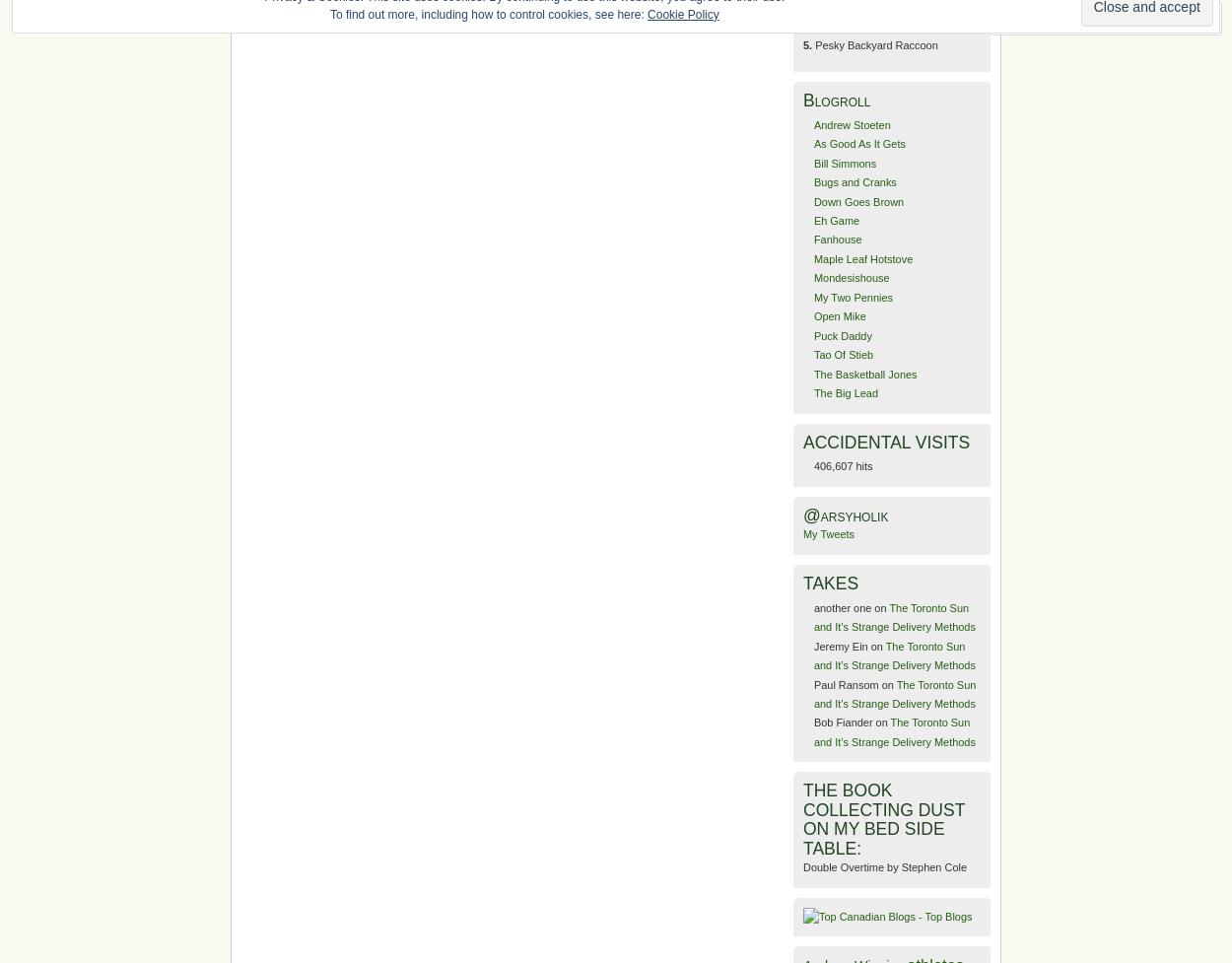  What do you see at coordinates (862, 257) in the screenshot?
I see `'Maple Leaf Hotstove'` at bounding box center [862, 257].